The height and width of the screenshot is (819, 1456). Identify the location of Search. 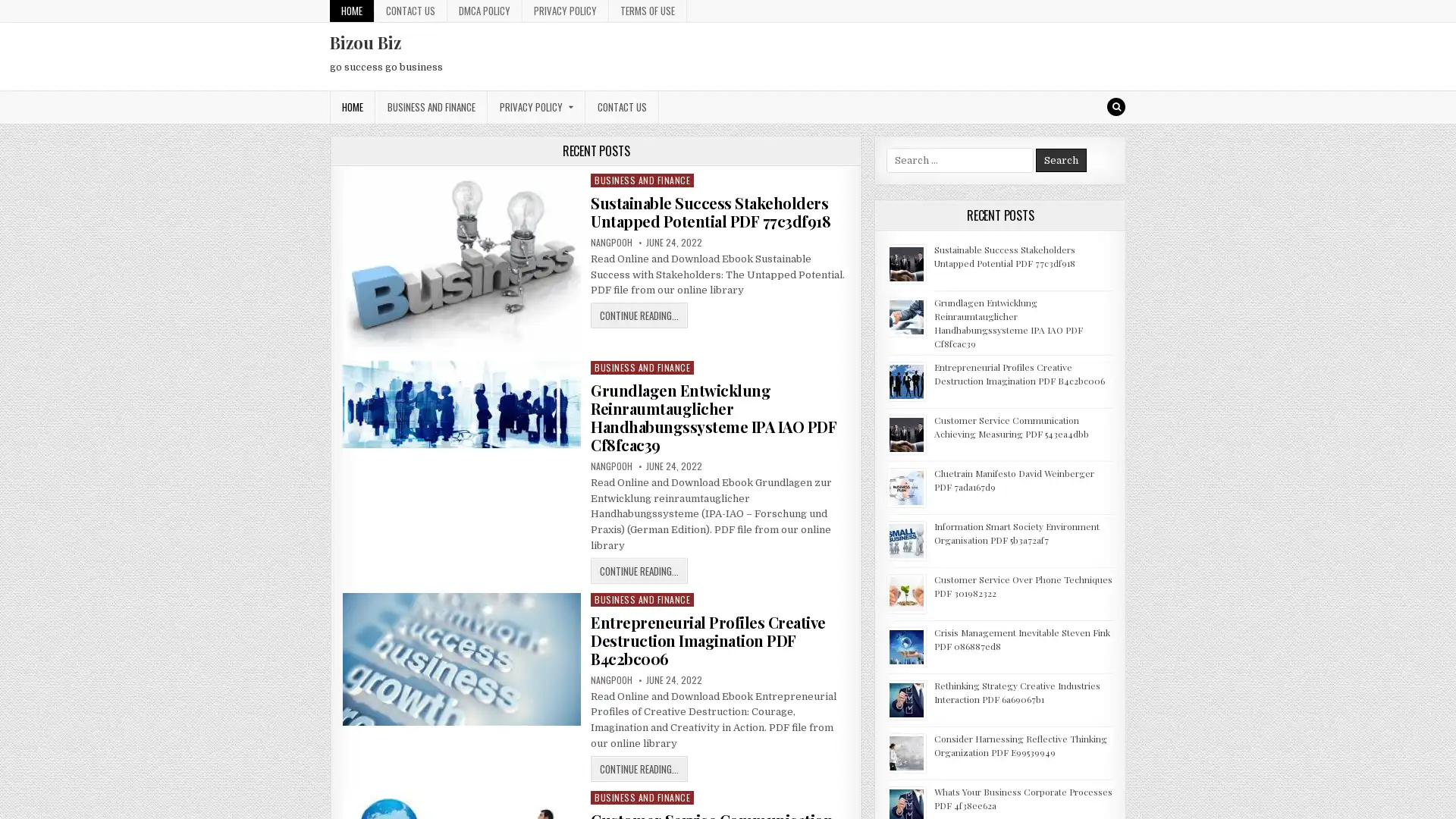
(1060, 160).